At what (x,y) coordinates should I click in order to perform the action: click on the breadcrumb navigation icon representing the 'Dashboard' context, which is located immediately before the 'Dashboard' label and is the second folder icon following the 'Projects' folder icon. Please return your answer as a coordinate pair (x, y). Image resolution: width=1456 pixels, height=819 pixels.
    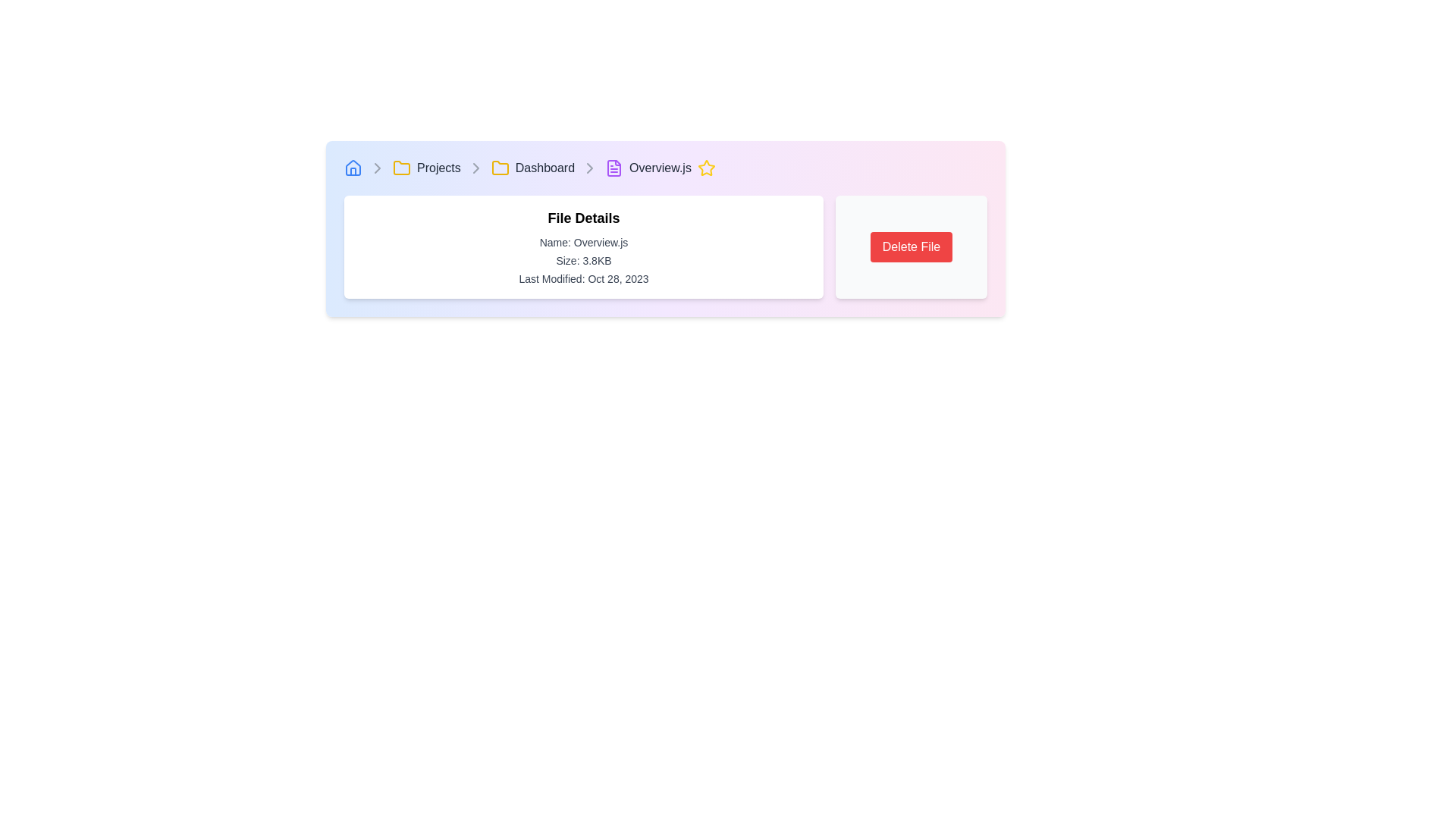
    Looking at the image, I should click on (500, 168).